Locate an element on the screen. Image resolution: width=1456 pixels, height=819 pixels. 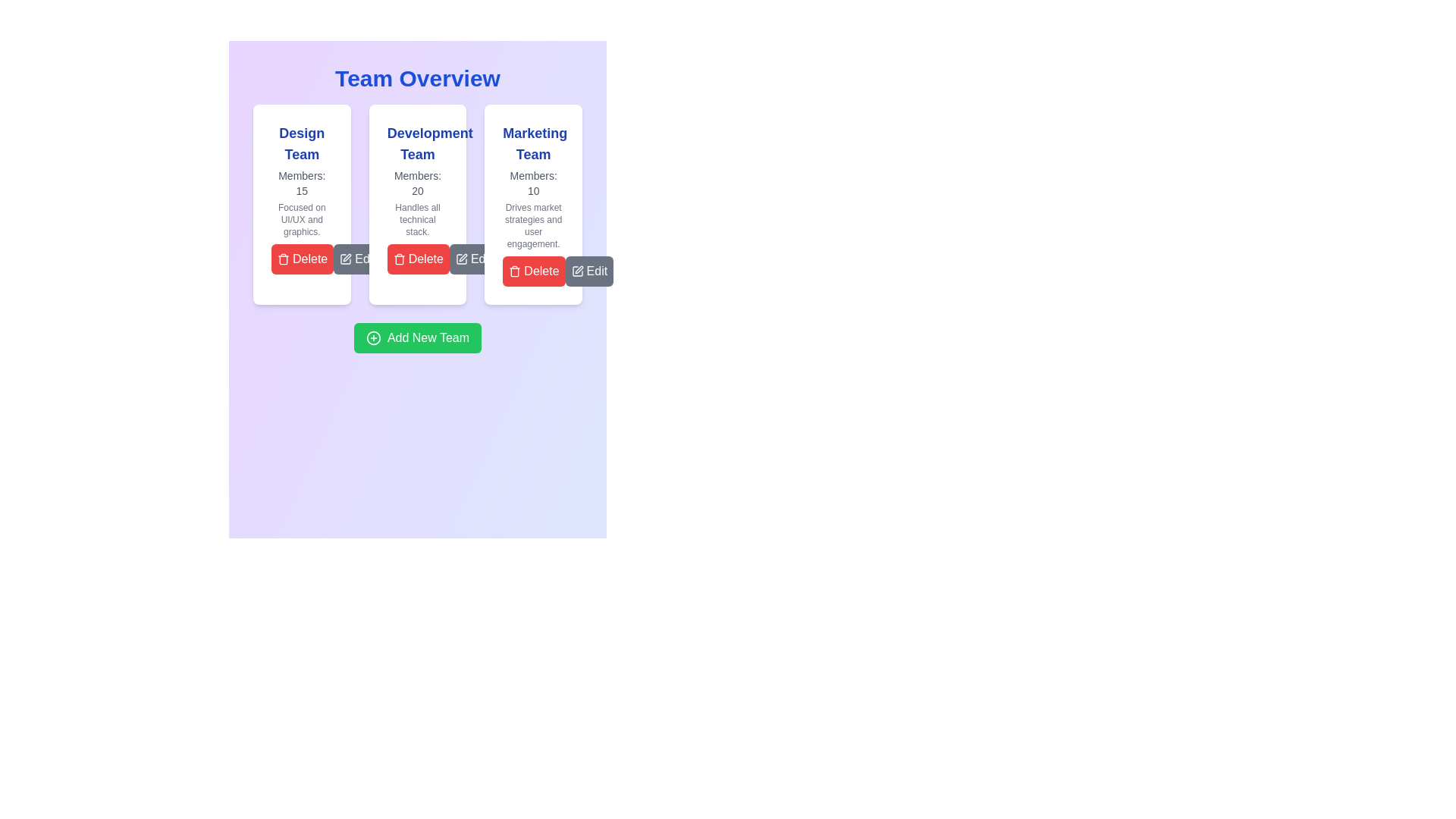
the edit action icon located is located at coordinates (345, 259).